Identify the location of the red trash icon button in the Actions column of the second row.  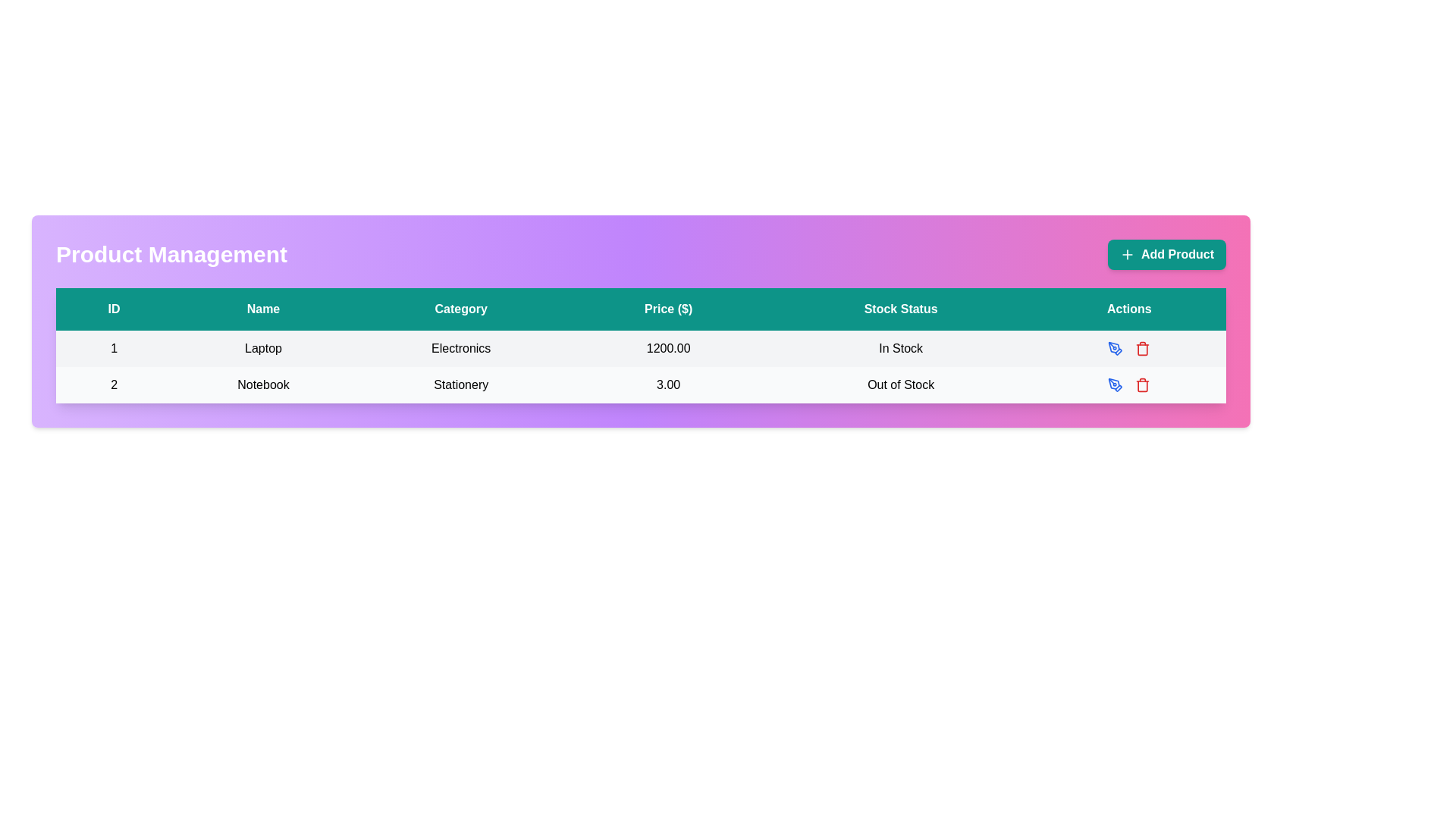
(1143, 348).